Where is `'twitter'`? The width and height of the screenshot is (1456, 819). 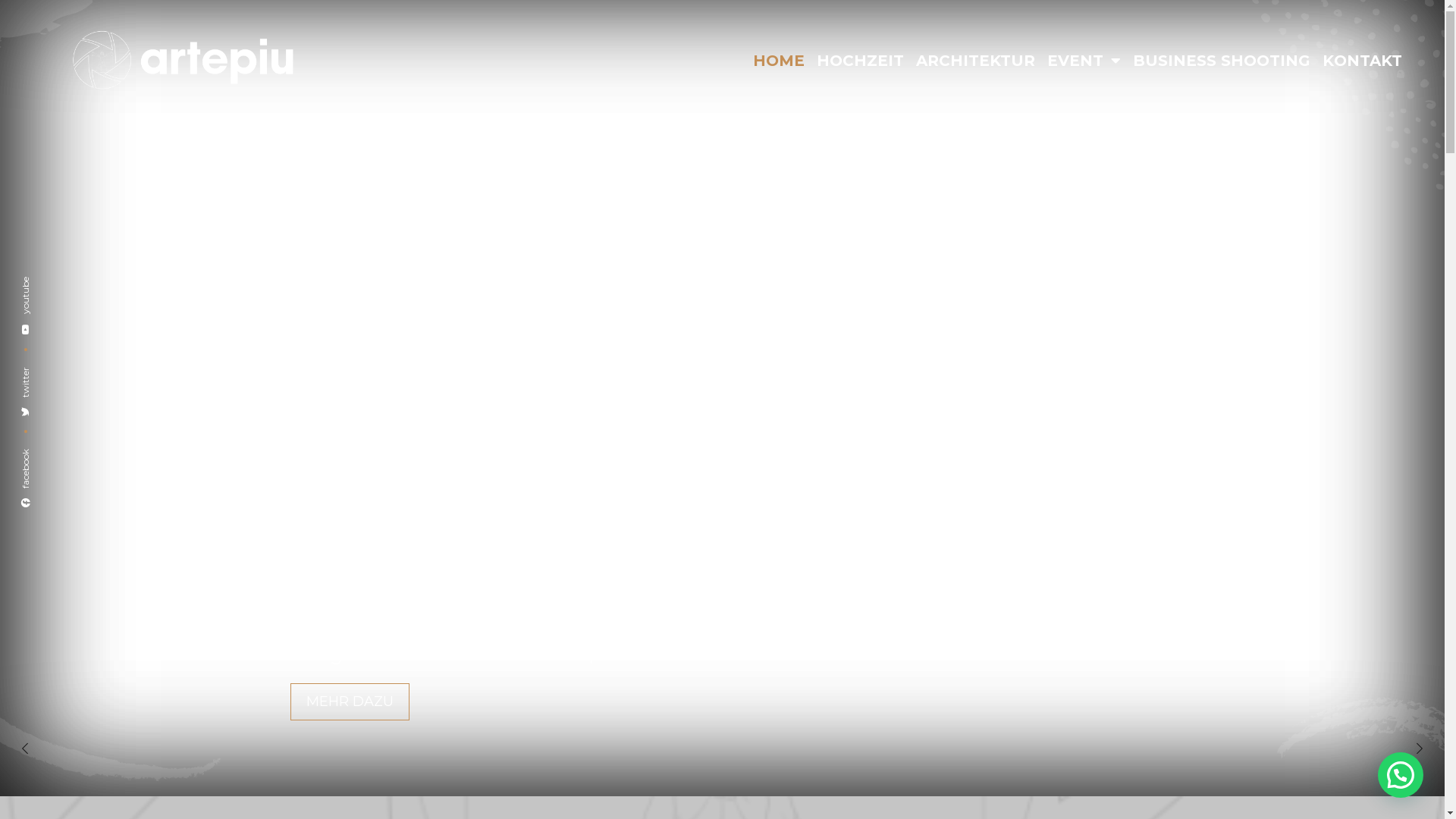
'twitter' is located at coordinates (43, 374).